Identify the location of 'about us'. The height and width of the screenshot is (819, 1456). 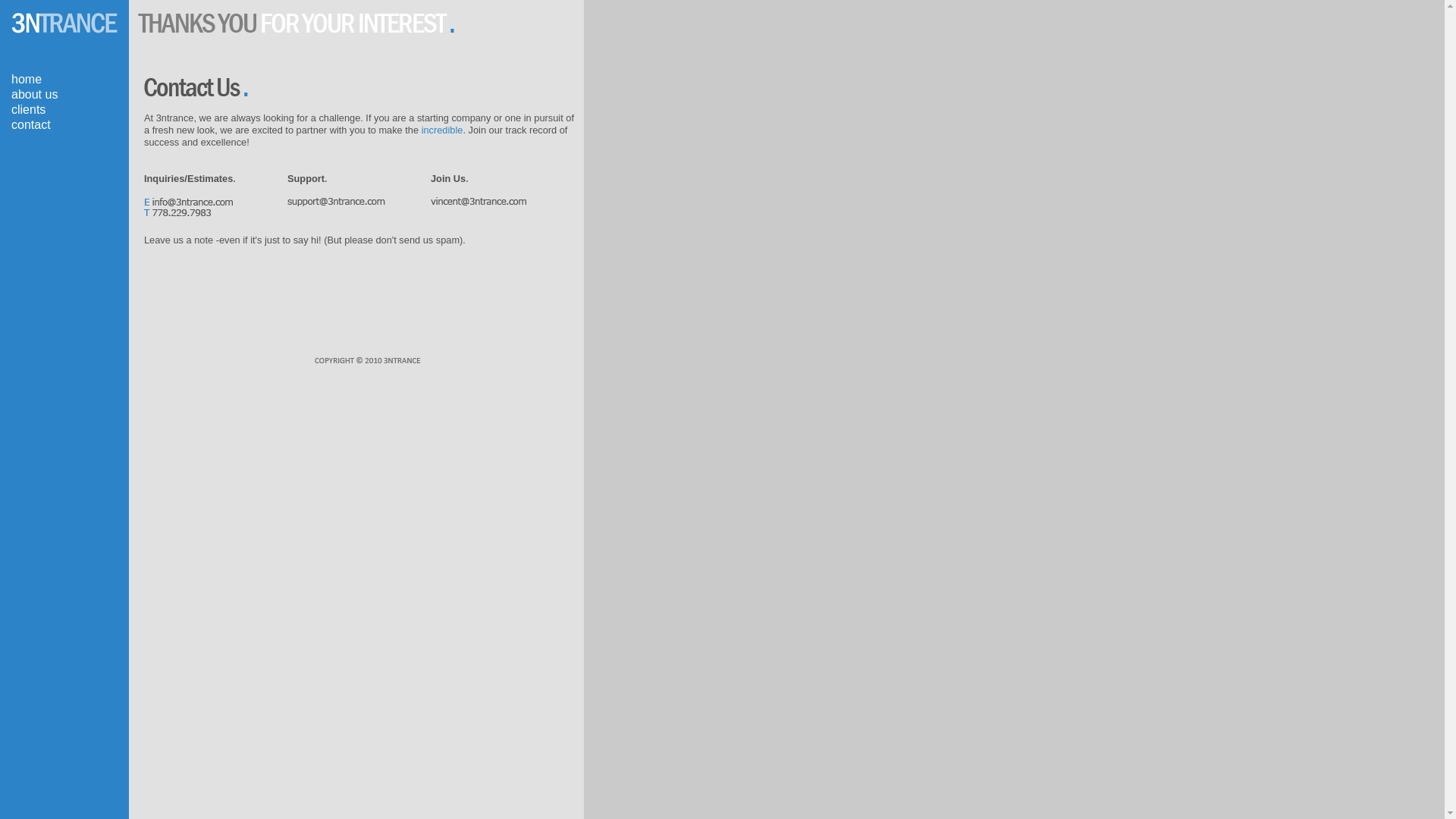
(34, 94).